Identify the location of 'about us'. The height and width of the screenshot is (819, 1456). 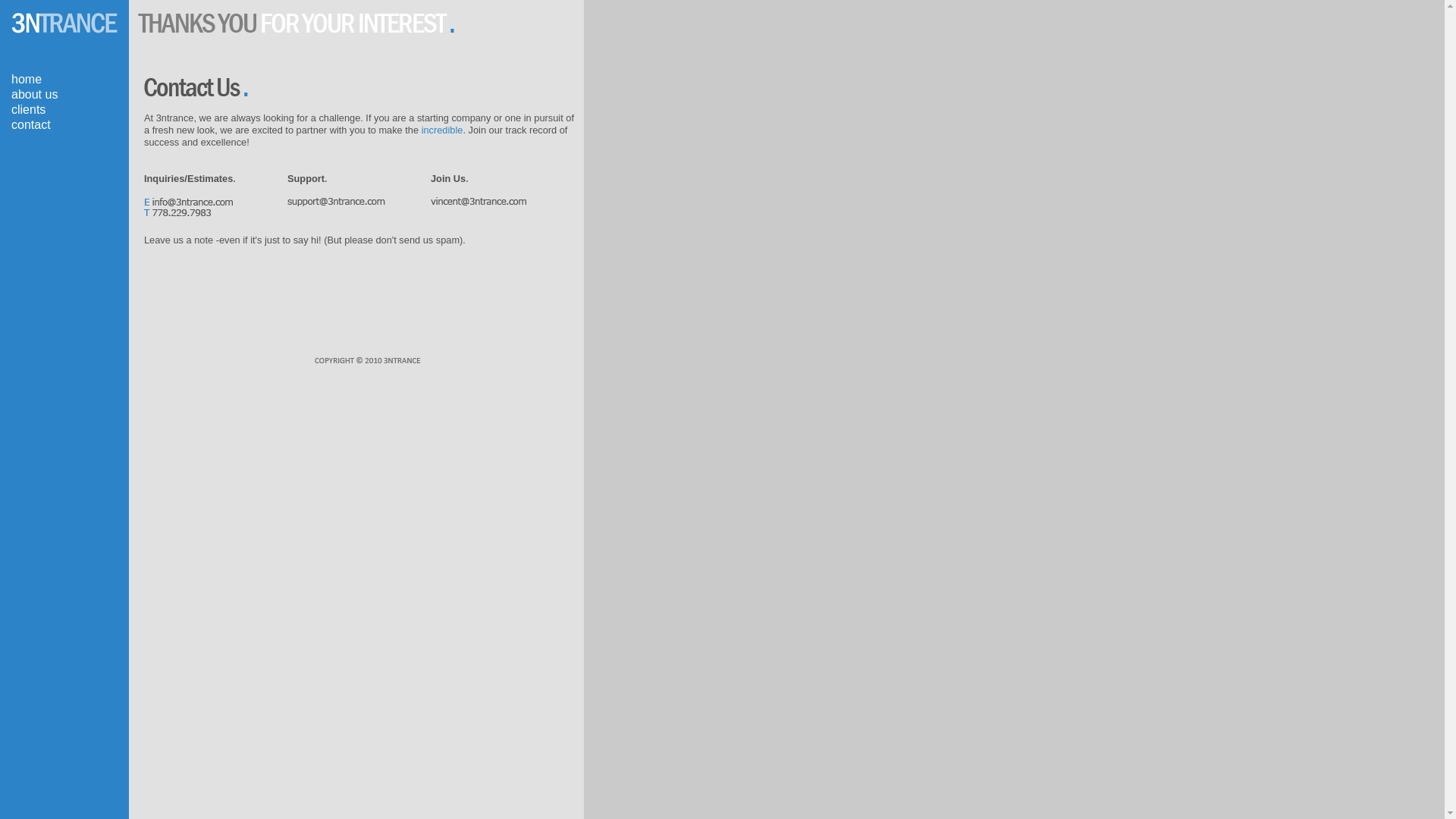
(34, 94).